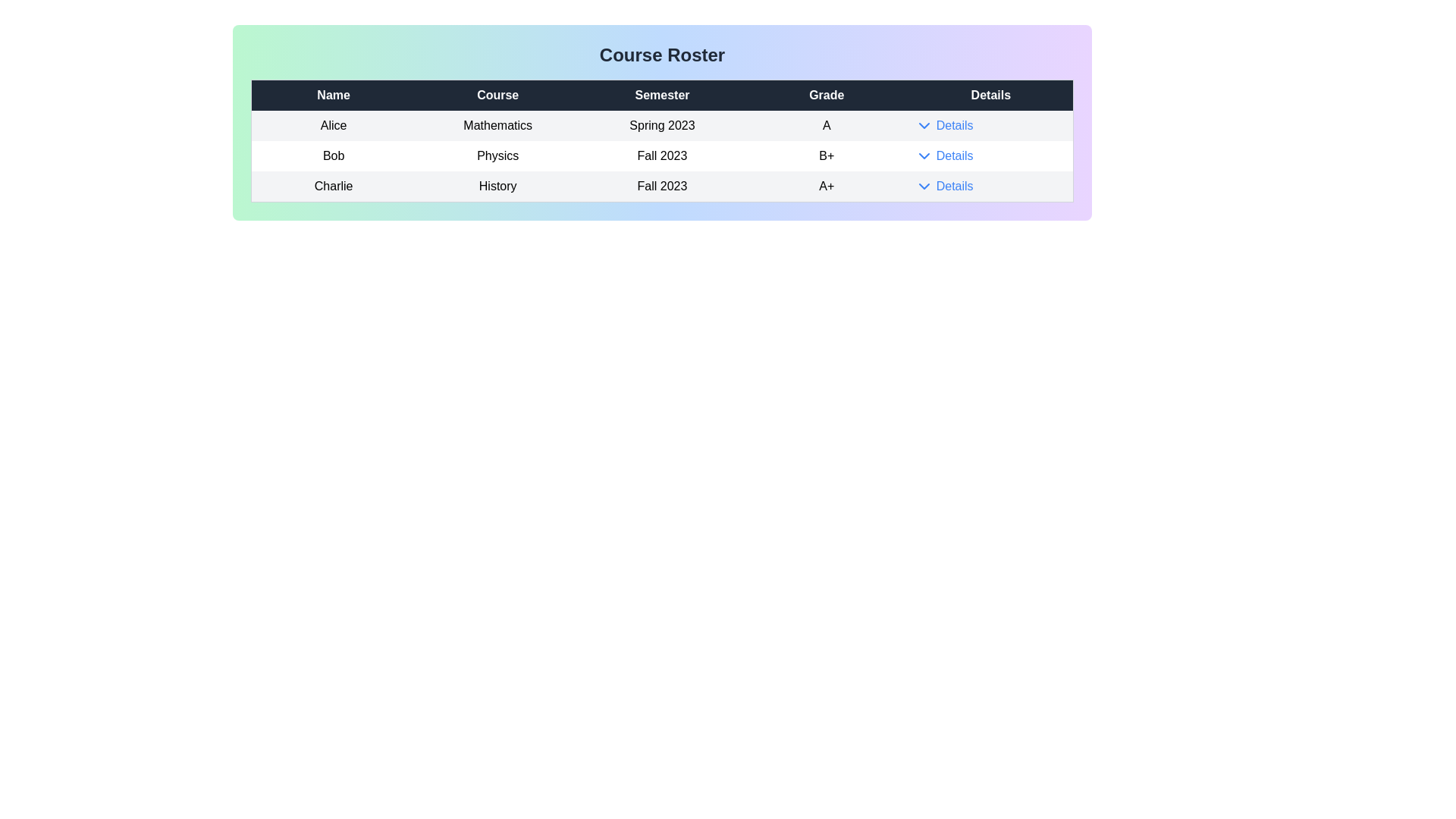 This screenshot has height=819, width=1456. I want to click on the blue 'Details' LinkButton with a downward-pointing chevron icon located in the first row of the table under the 'Details' column to observe hover effects, so click(943, 124).